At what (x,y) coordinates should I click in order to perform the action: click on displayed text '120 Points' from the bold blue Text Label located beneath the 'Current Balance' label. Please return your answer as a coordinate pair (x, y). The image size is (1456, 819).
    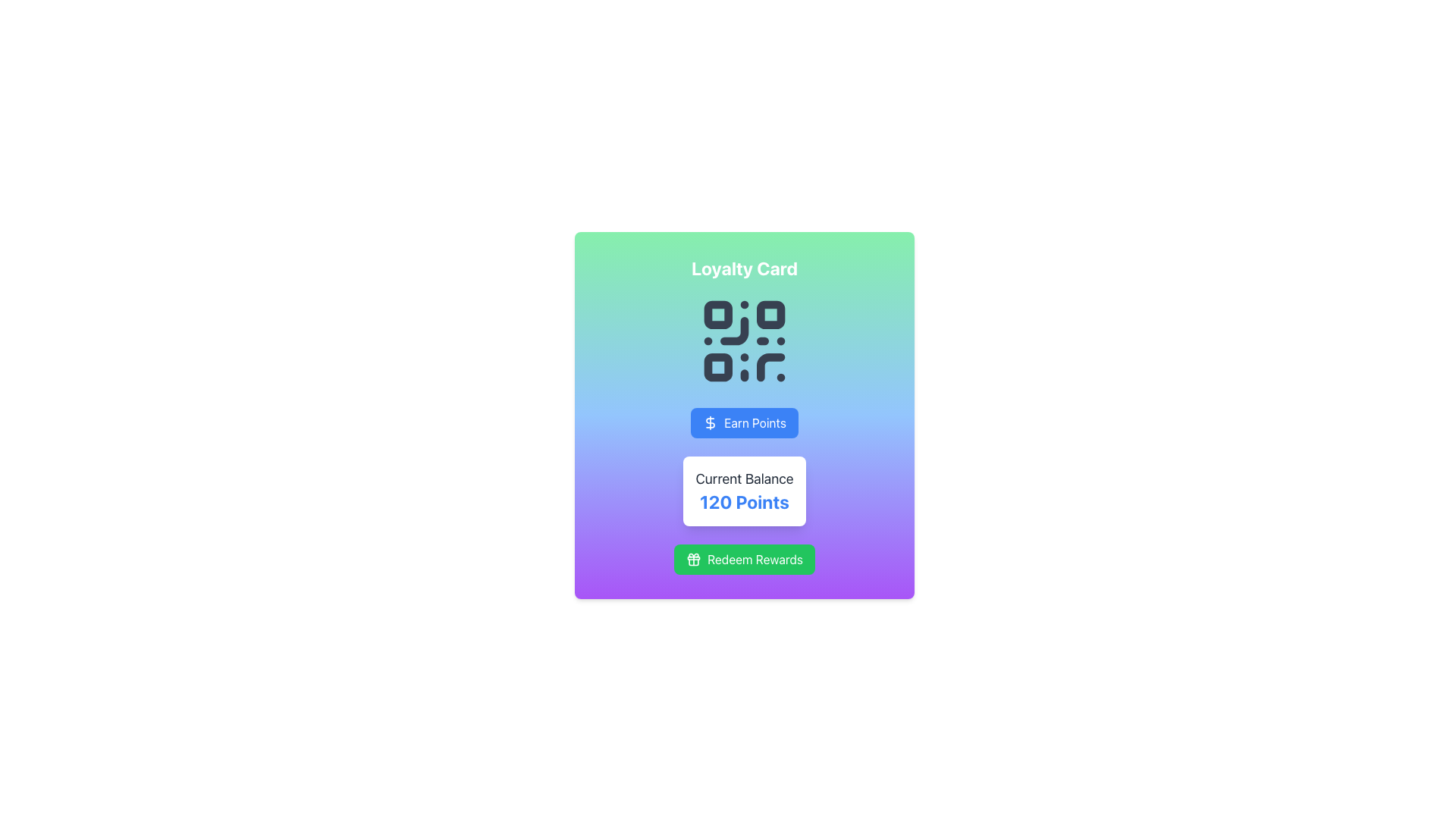
    Looking at the image, I should click on (745, 502).